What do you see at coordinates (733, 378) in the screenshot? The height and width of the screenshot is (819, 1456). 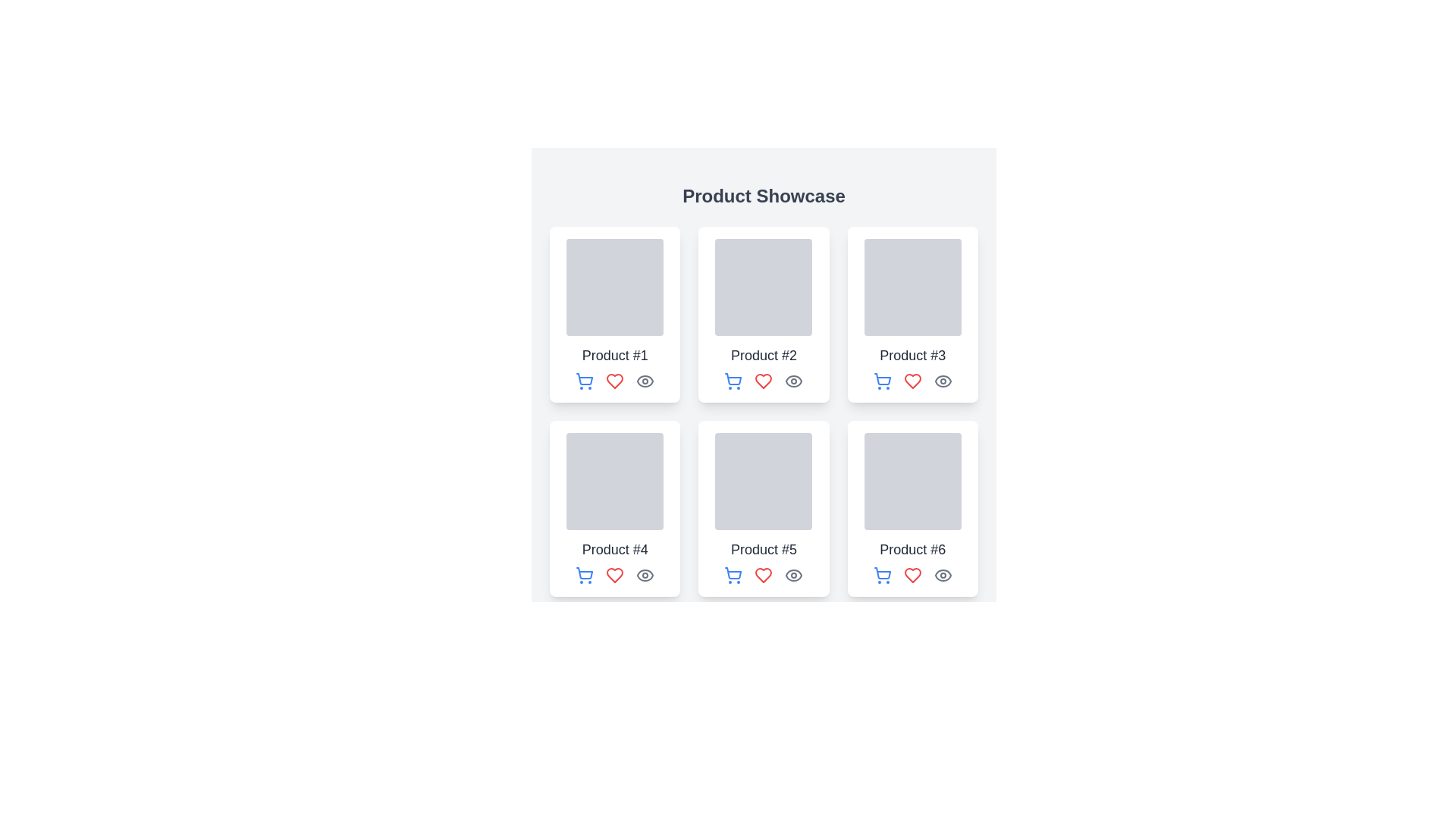 I see `the icon` at bounding box center [733, 378].